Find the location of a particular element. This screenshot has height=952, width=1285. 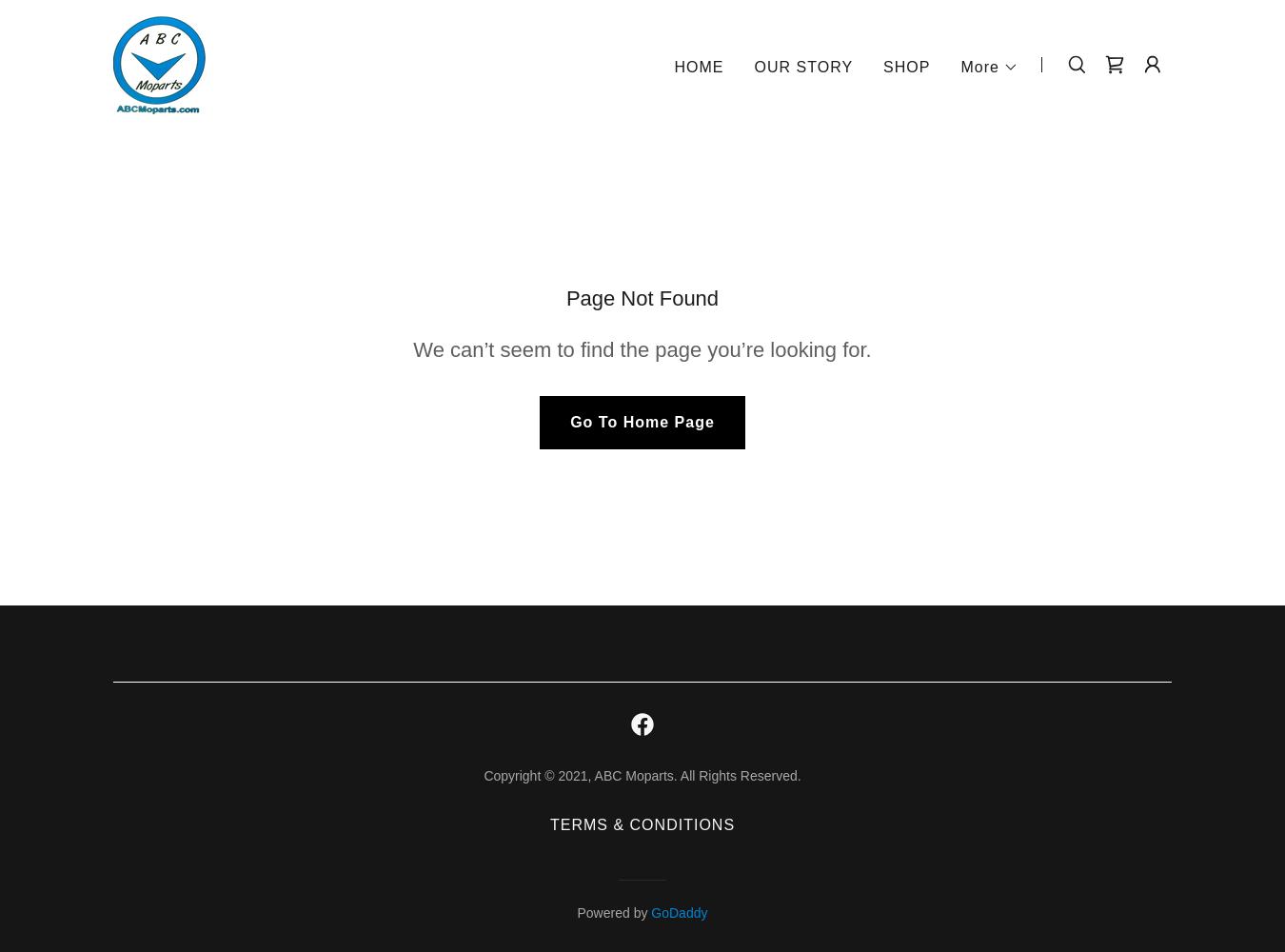

'We can’t seem to find the page you’re looking for.' is located at coordinates (642, 348).